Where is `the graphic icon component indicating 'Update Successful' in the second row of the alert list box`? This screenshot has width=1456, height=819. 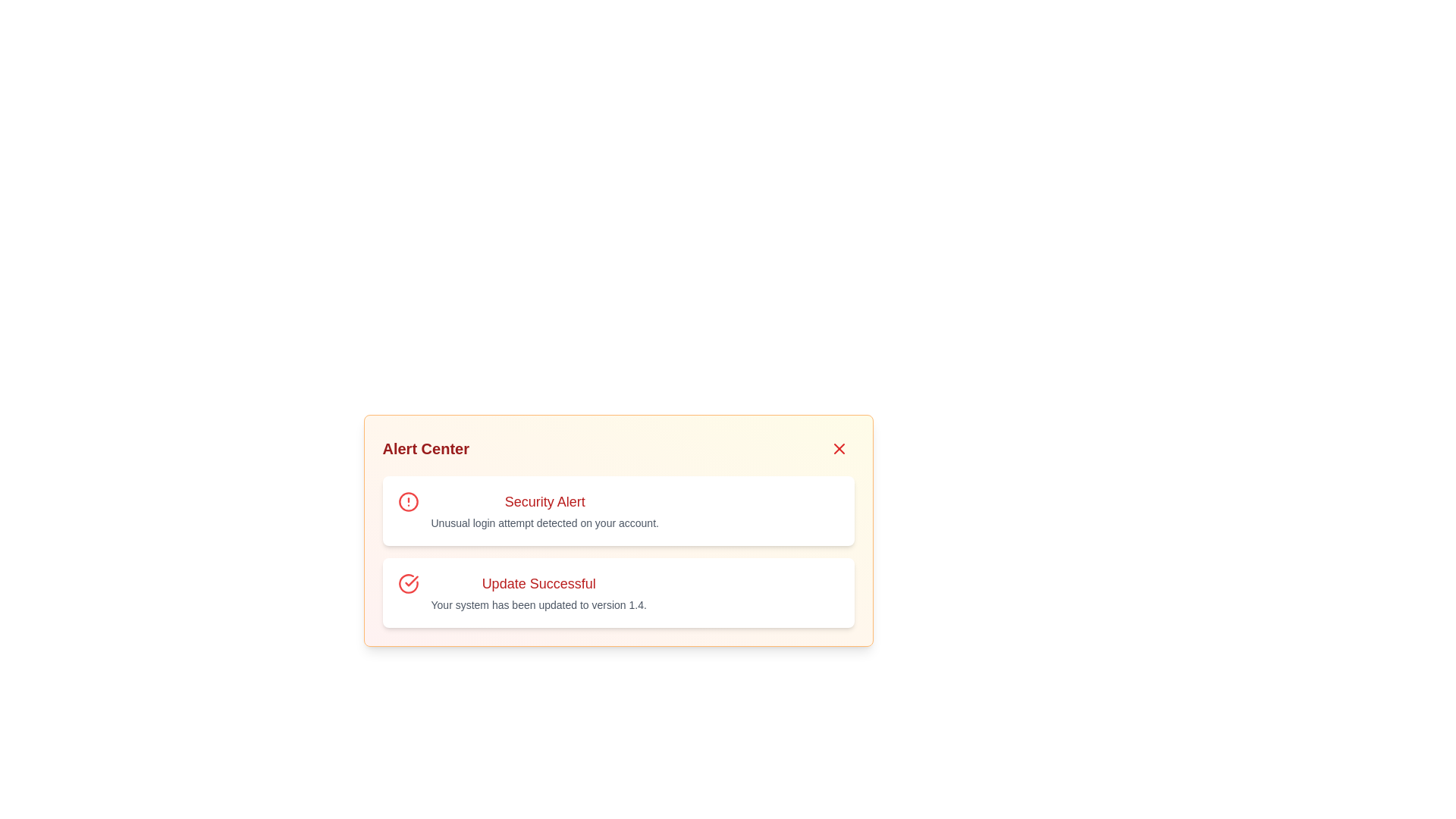 the graphic icon component indicating 'Update Successful' in the second row of the alert list box is located at coordinates (408, 583).